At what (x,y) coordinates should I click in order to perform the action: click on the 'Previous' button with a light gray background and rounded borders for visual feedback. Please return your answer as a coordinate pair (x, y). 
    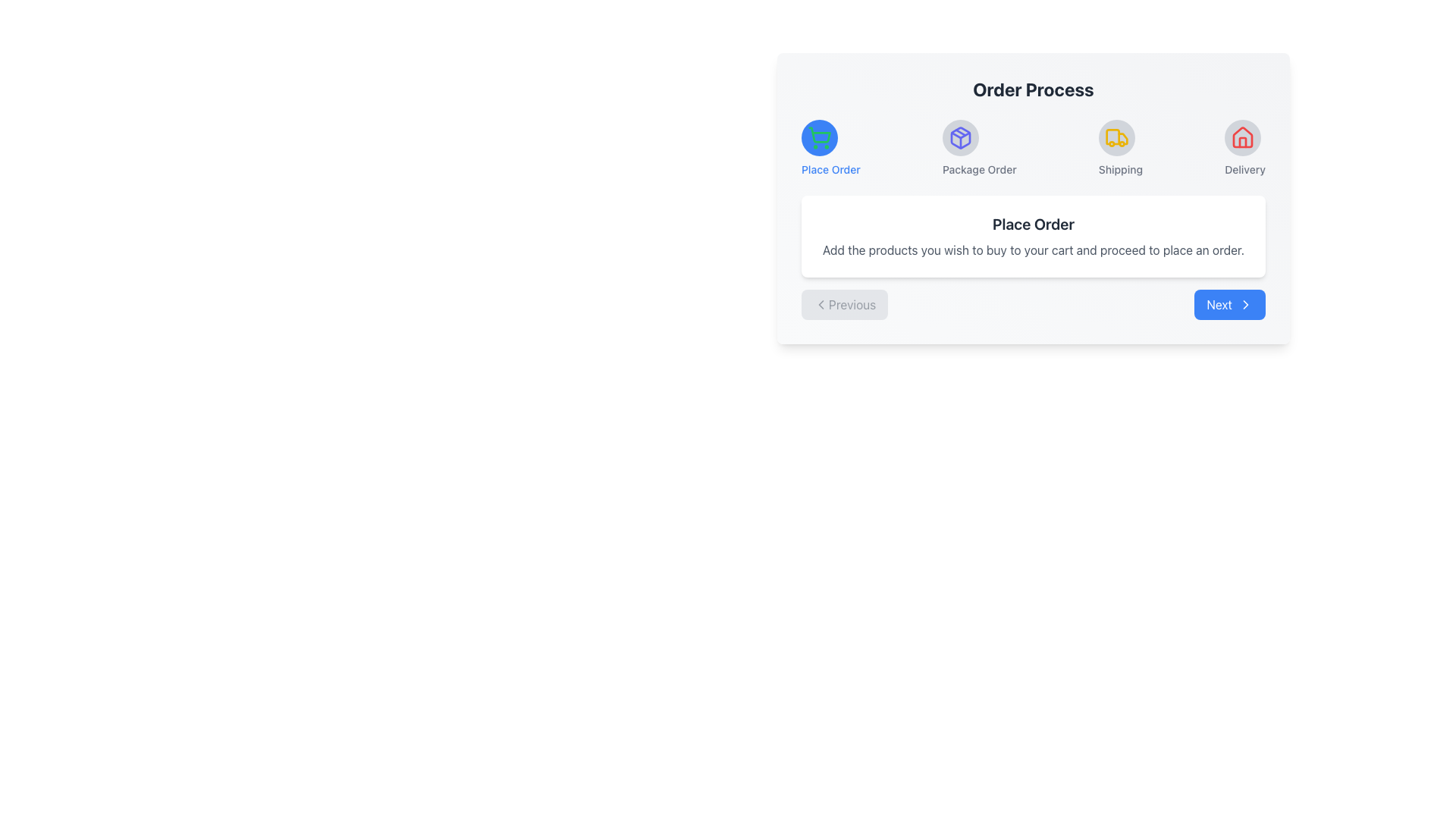
    Looking at the image, I should click on (844, 304).